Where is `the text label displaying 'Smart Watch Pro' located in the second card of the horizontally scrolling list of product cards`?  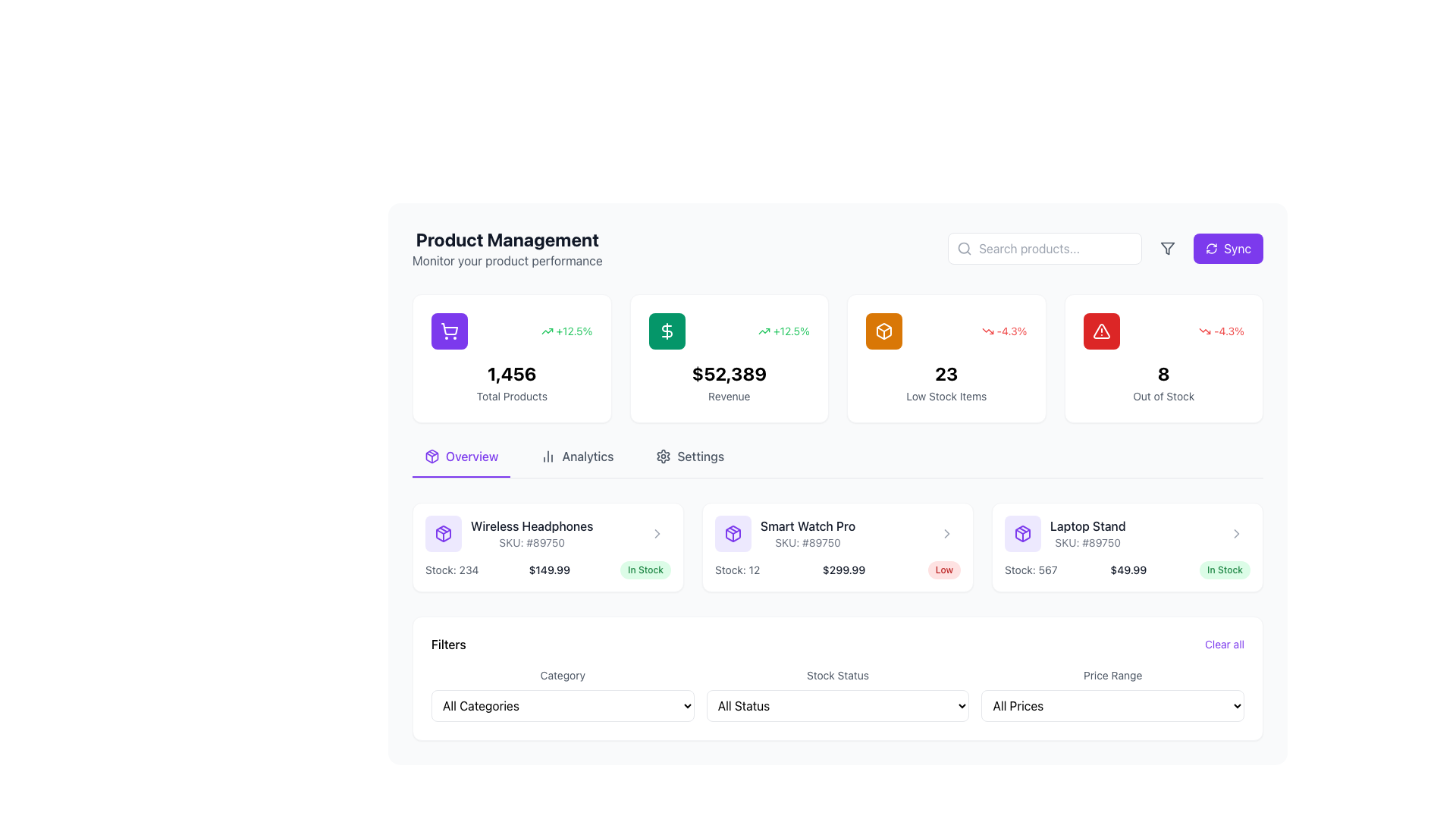
the text label displaying 'Smart Watch Pro' located in the second card of the horizontally scrolling list of product cards is located at coordinates (807, 526).